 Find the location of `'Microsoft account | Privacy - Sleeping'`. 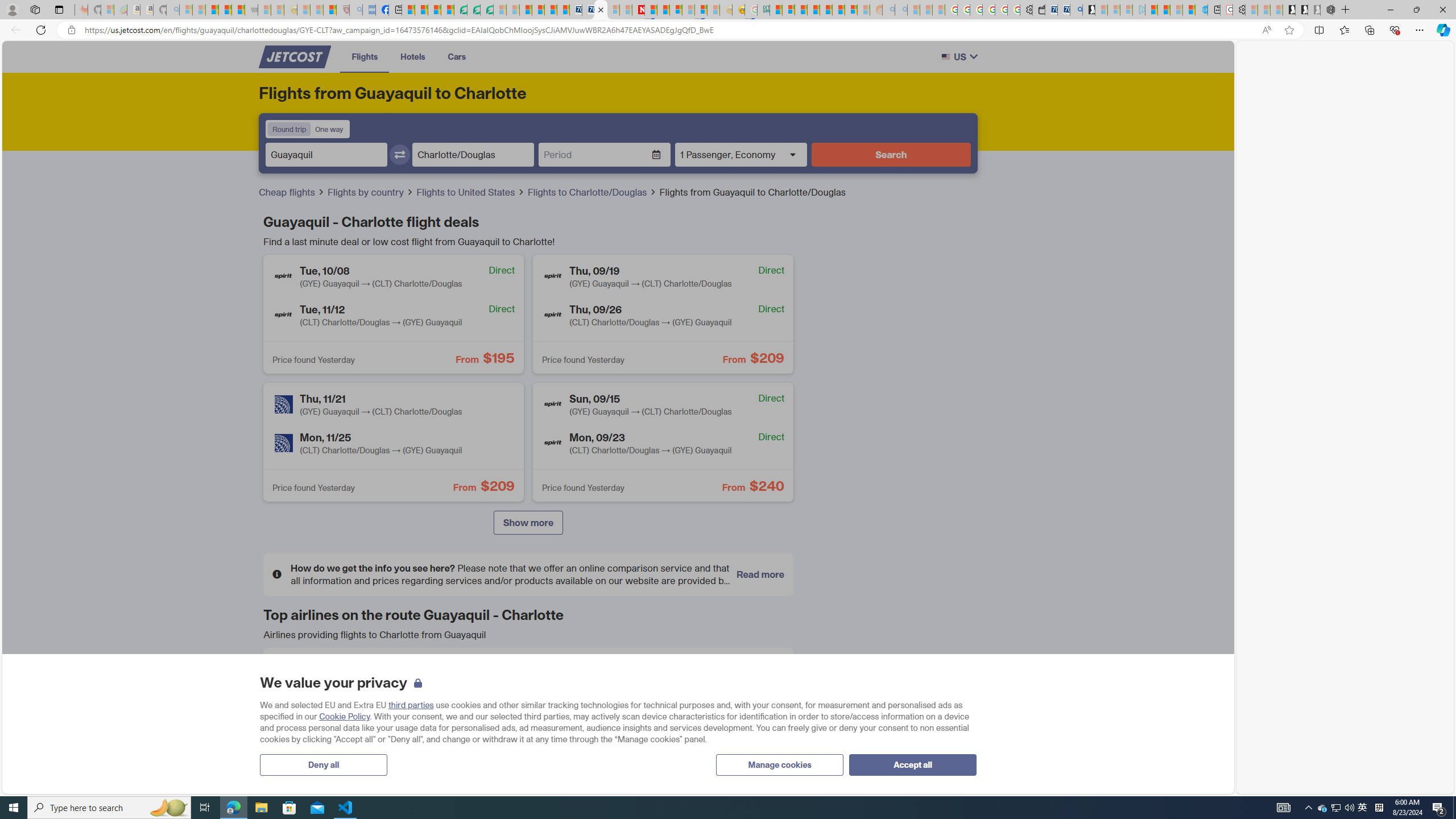

'Microsoft account | Privacy - Sleeping' is located at coordinates (1126, 9).